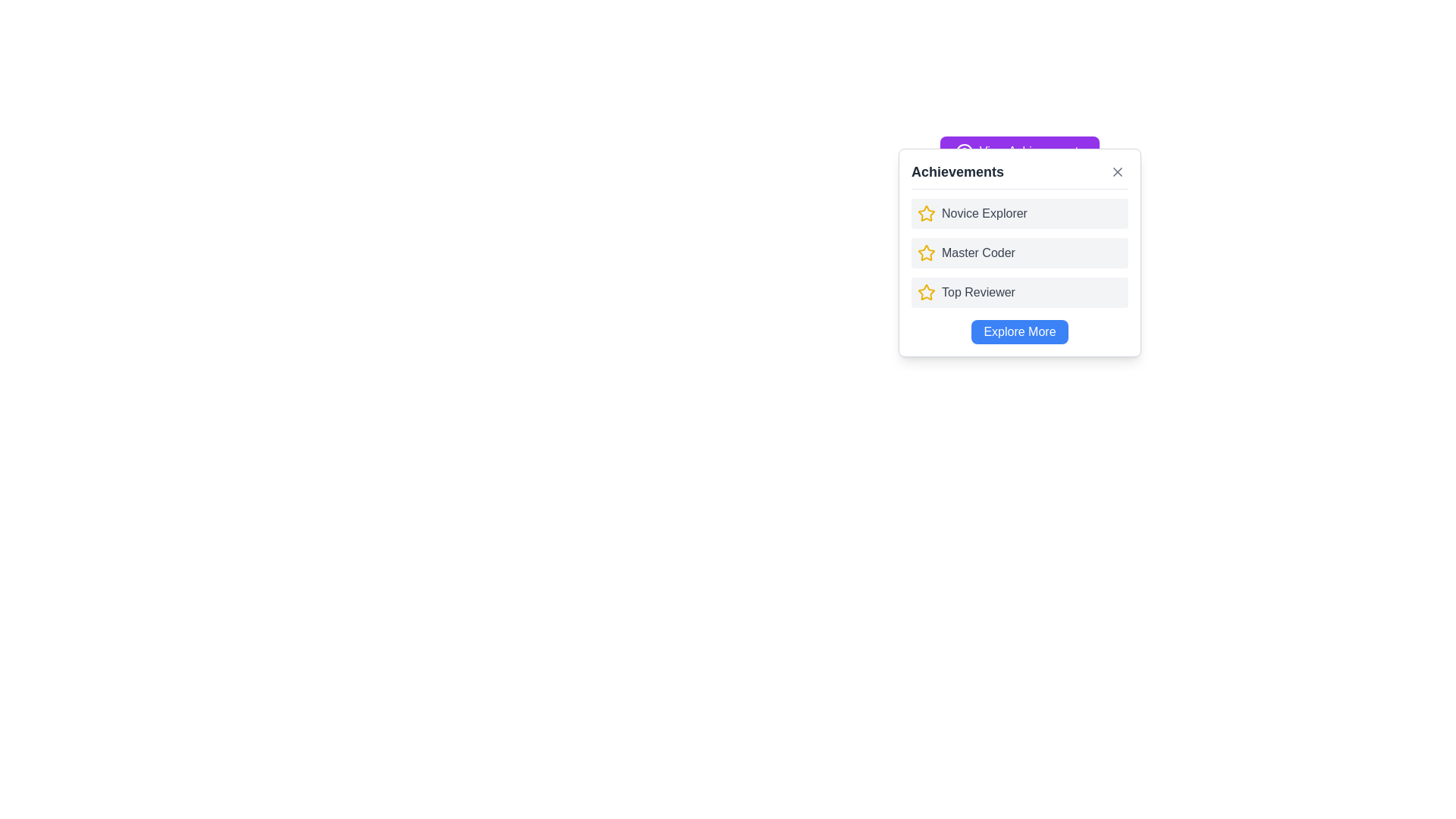  Describe the element at coordinates (926, 213) in the screenshot. I see `the star-shaped icon with a yellow outline representing the 'Novice Explorer' achievement, located in the top-left section of the white card layout` at that location.